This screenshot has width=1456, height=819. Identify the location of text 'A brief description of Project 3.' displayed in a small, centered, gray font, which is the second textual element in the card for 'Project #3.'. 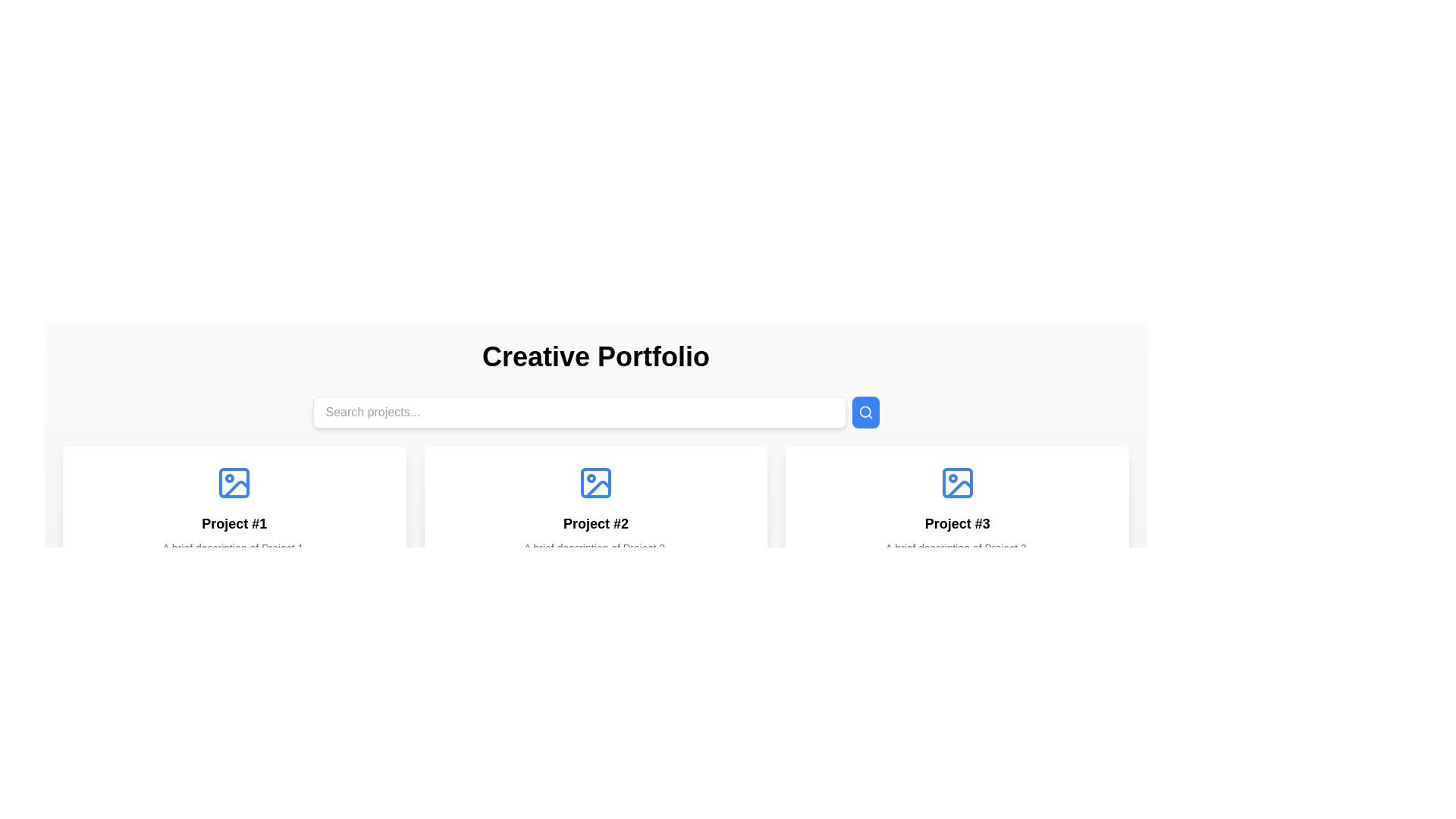
(956, 548).